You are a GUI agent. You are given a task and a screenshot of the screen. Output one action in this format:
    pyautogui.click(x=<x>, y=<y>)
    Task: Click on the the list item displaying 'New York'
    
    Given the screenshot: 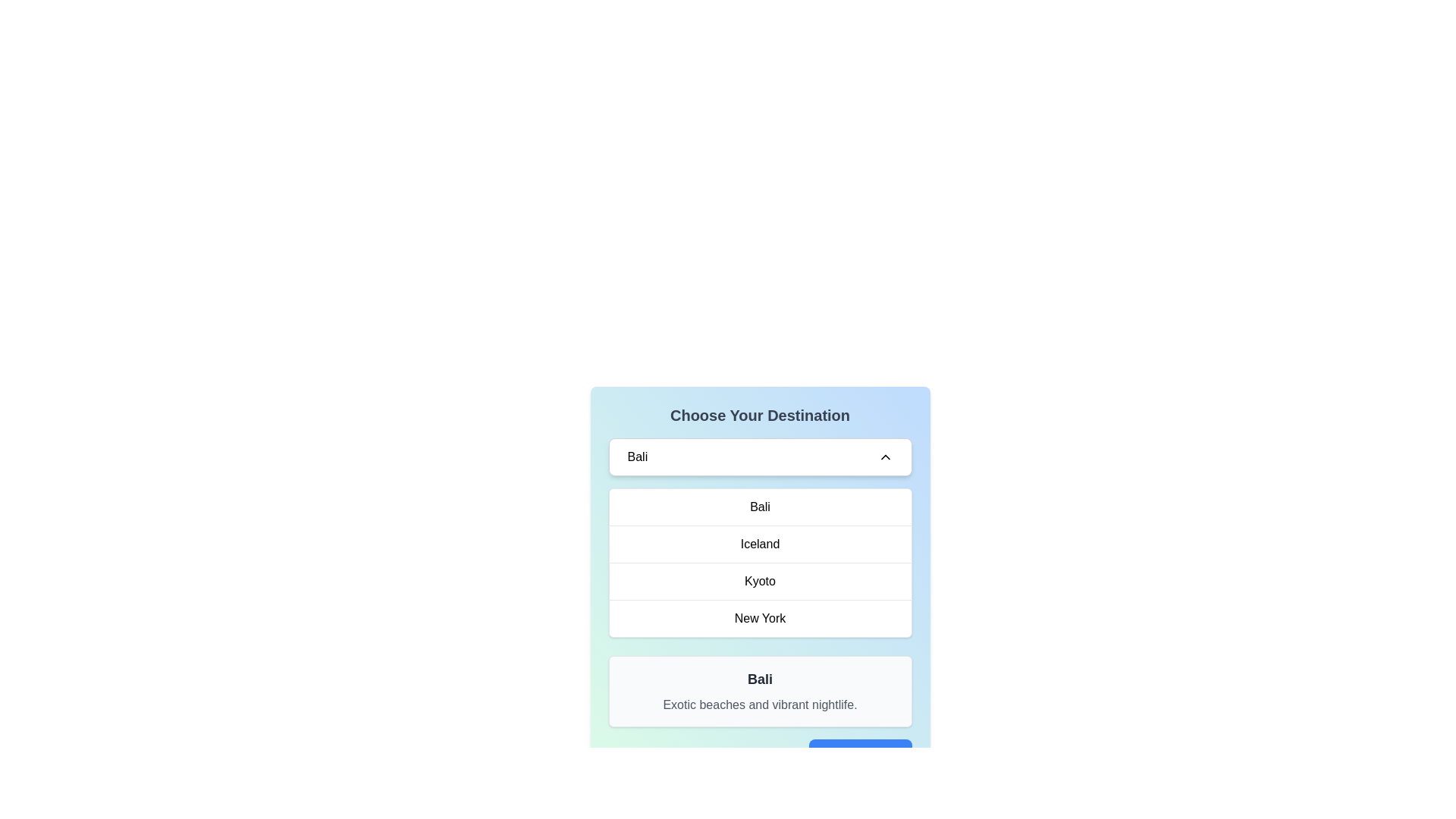 What is the action you would take?
    pyautogui.click(x=760, y=618)
    